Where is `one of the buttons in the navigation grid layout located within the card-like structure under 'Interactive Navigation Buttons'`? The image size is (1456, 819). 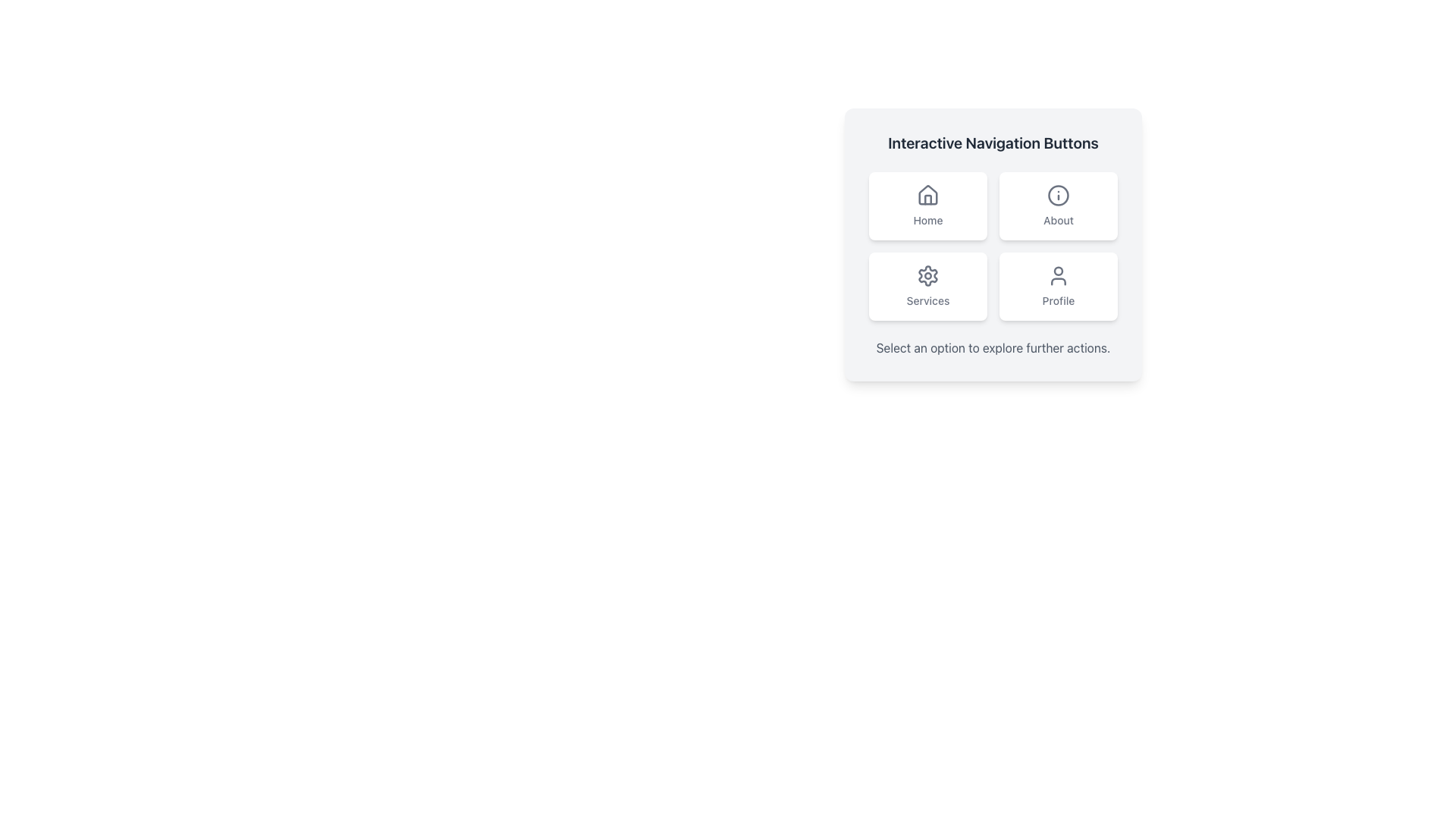
one of the buttons in the navigation grid layout located within the card-like structure under 'Interactive Navigation Buttons' is located at coordinates (993, 245).